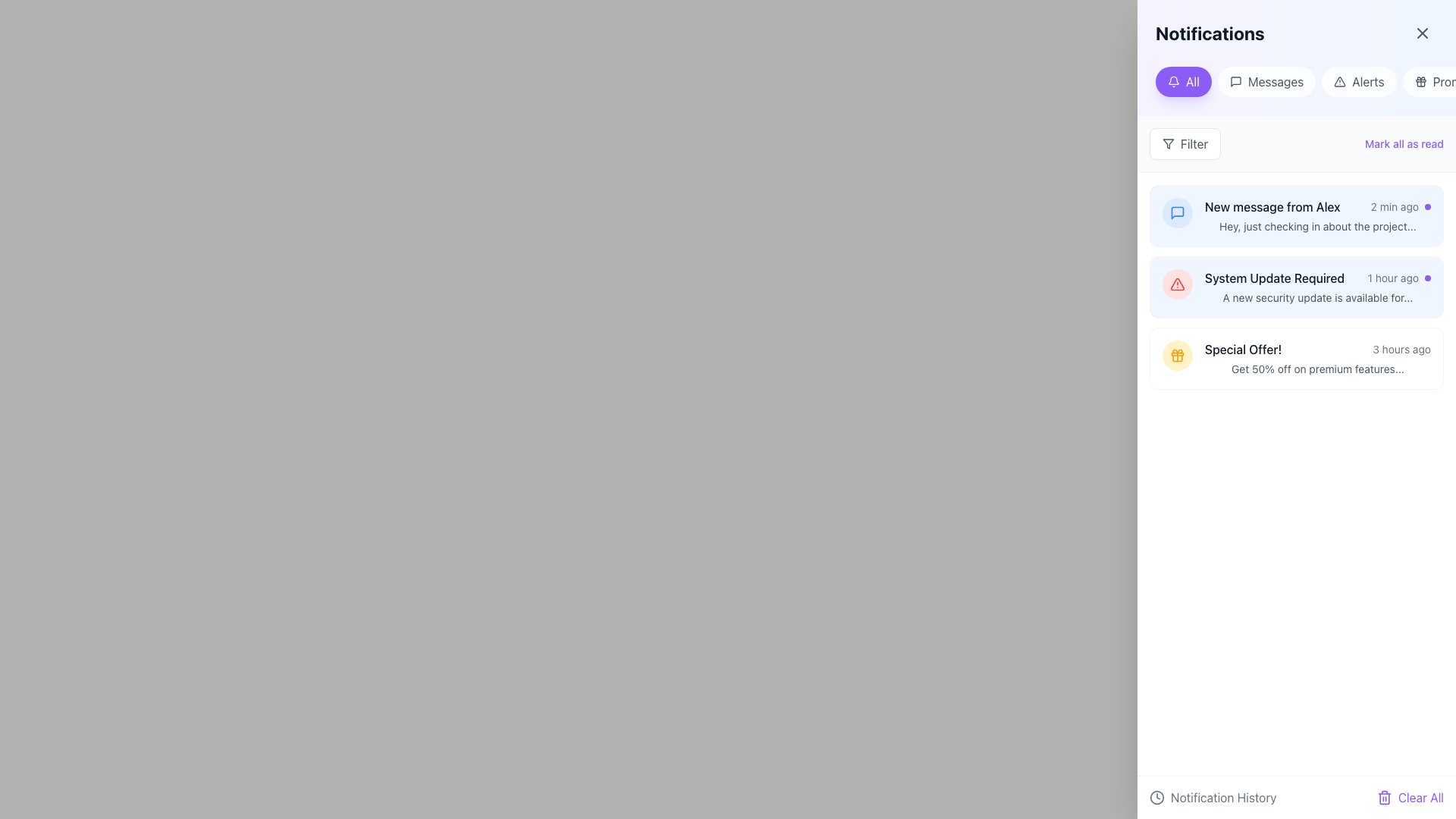  What do you see at coordinates (1357, 359) in the screenshot?
I see `the circular button with an archive box icon located` at bounding box center [1357, 359].